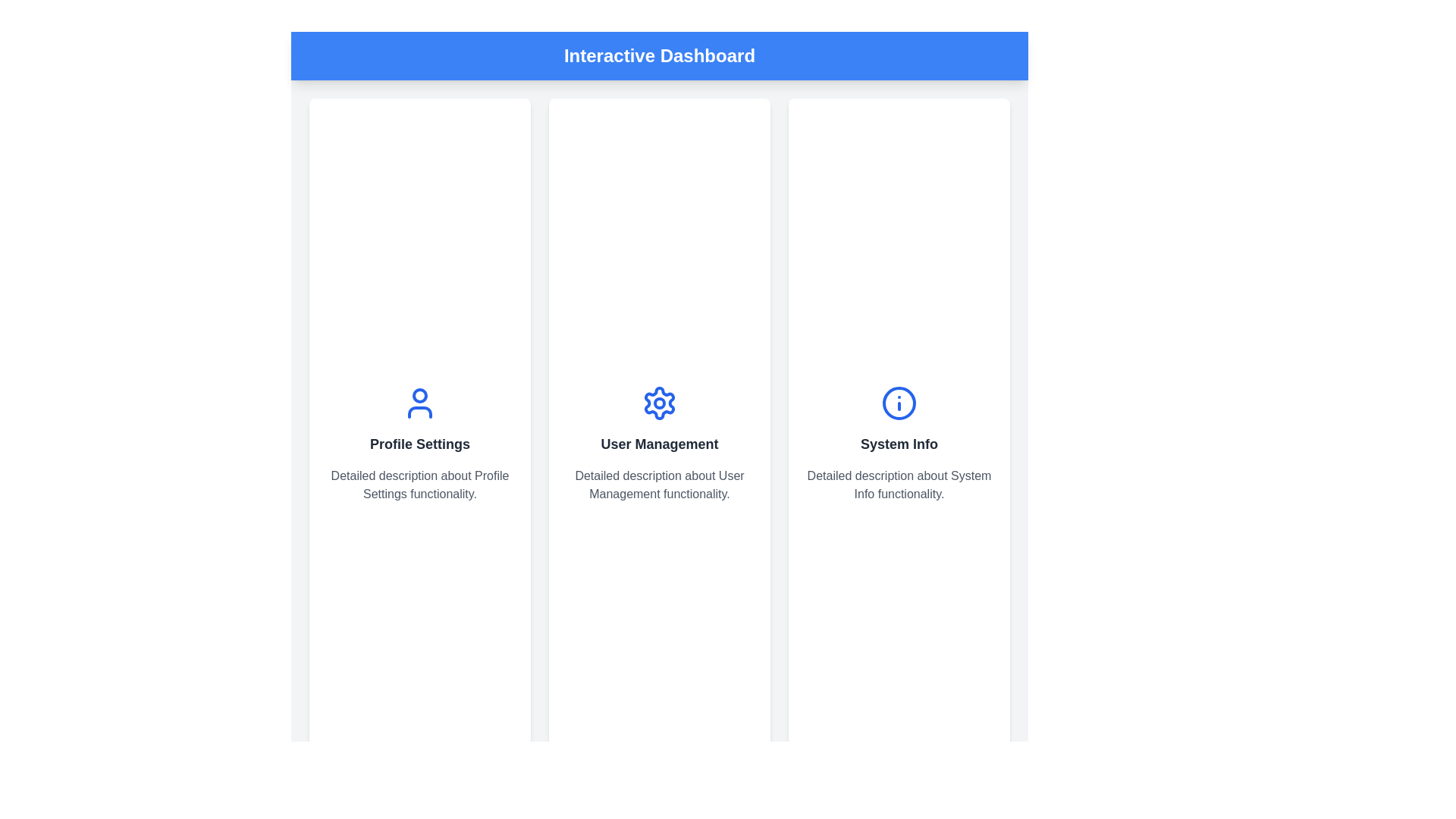 The image size is (1456, 819). What do you see at coordinates (659, 403) in the screenshot?
I see `the settings icon that signifies functionality related to user management, located in the middle panel of three panels above the 'User Management' text` at bounding box center [659, 403].